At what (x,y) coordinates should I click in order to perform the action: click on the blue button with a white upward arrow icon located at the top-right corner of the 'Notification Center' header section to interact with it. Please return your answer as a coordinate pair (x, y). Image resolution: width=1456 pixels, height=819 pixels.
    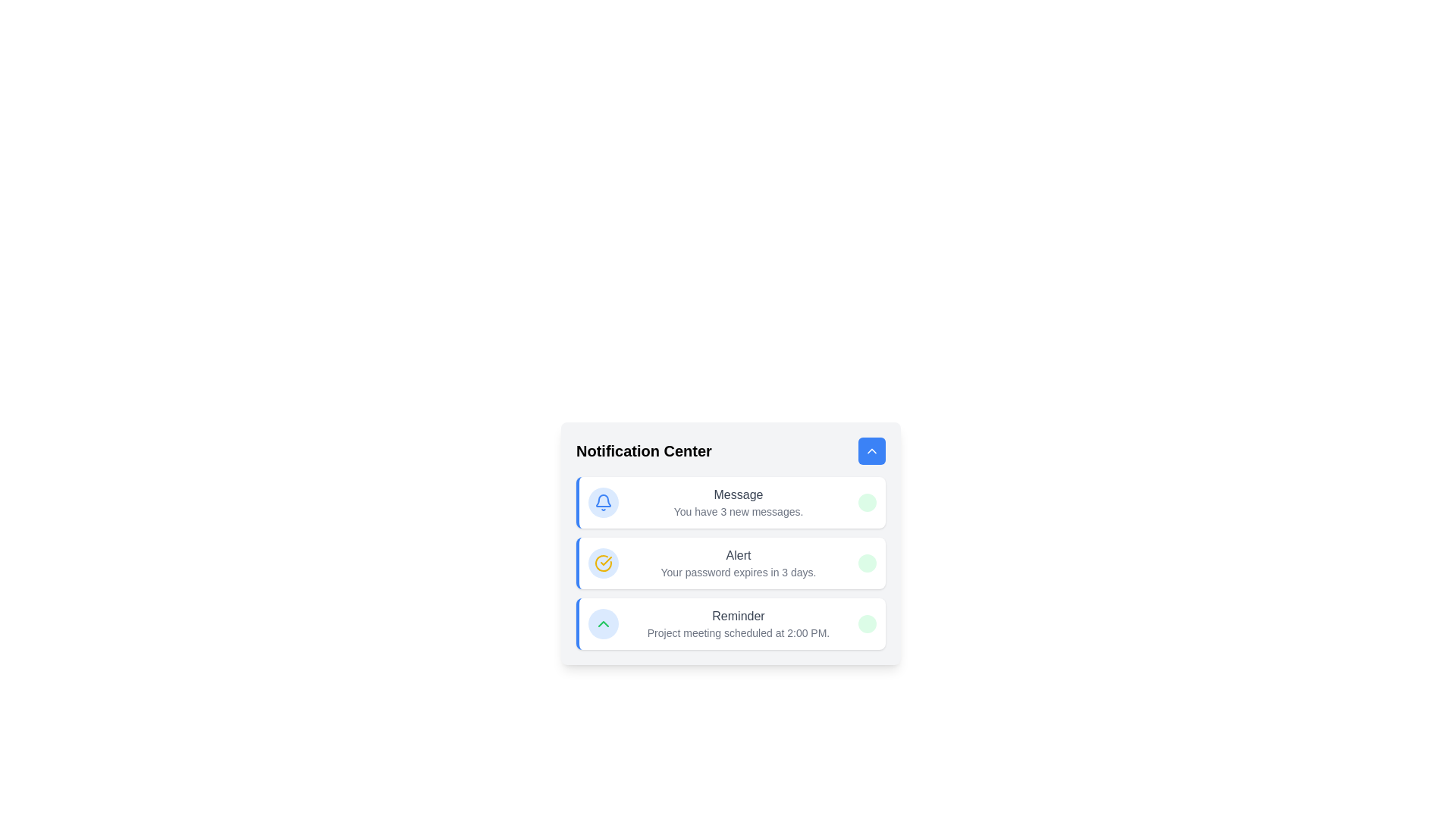
    Looking at the image, I should click on (872, 450).